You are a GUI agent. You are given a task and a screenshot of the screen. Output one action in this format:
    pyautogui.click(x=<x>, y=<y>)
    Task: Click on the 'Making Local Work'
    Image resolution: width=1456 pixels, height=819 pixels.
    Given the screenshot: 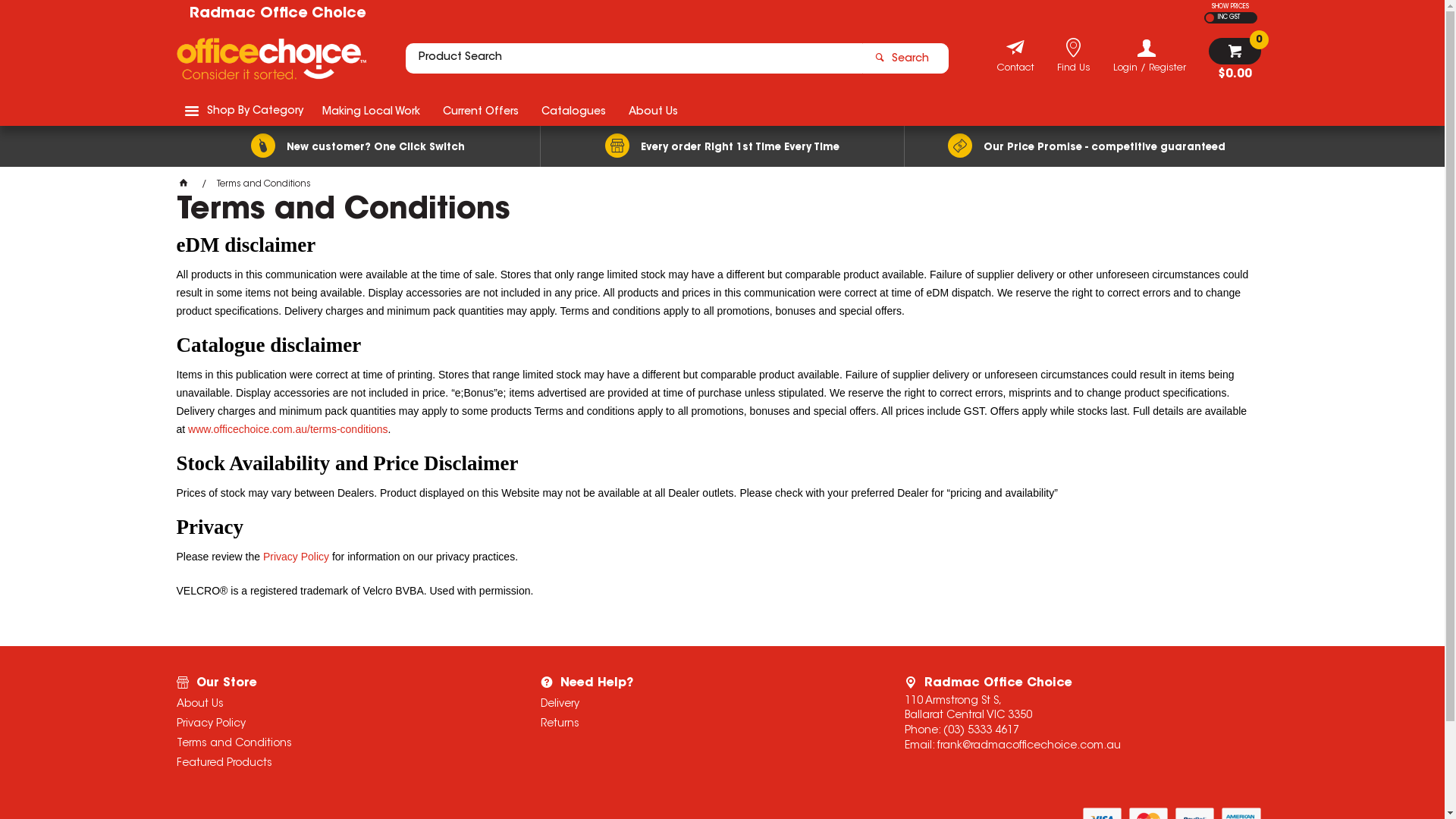 What is the action you would take?
    pyautogui.click(x=371, y=110)
    